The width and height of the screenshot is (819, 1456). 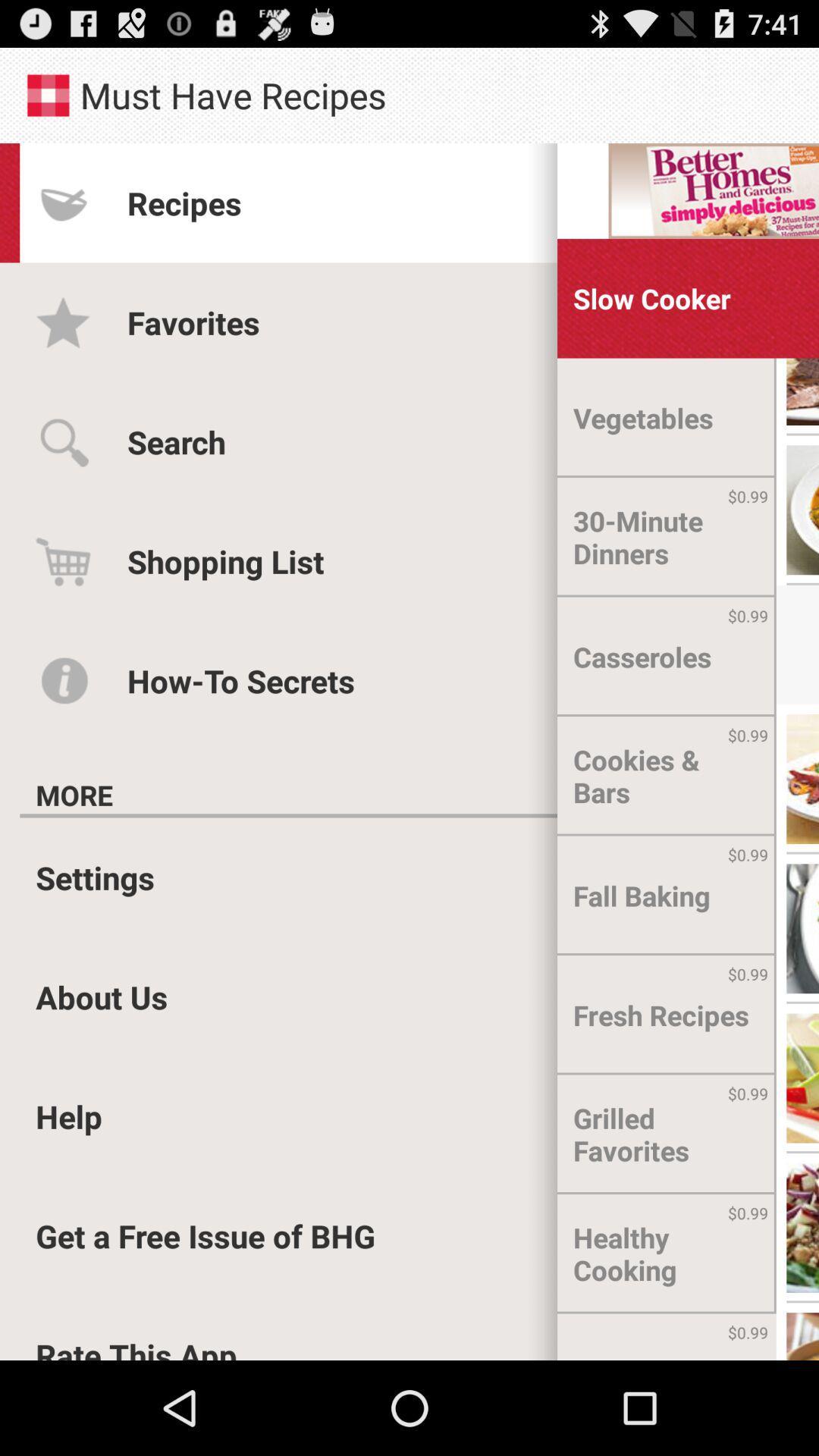 What do you see at coordinates (651, 298) in the screenshot?
I see `app next to favorites app` at bounding box center [651, 298].